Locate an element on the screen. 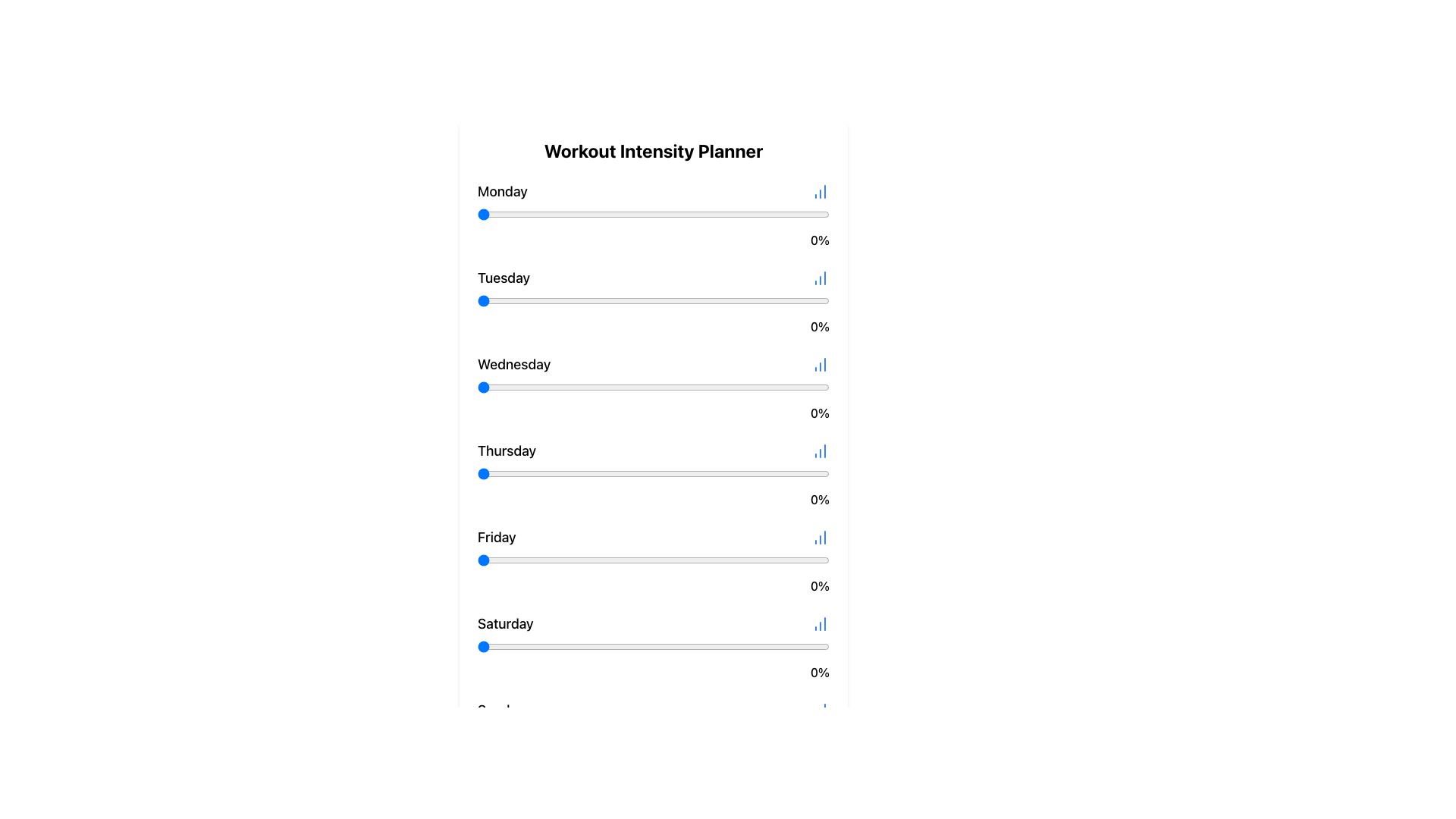 This screenshot has height=819, width=1456. the Thursday intensity is located at coordinates (808, 472).